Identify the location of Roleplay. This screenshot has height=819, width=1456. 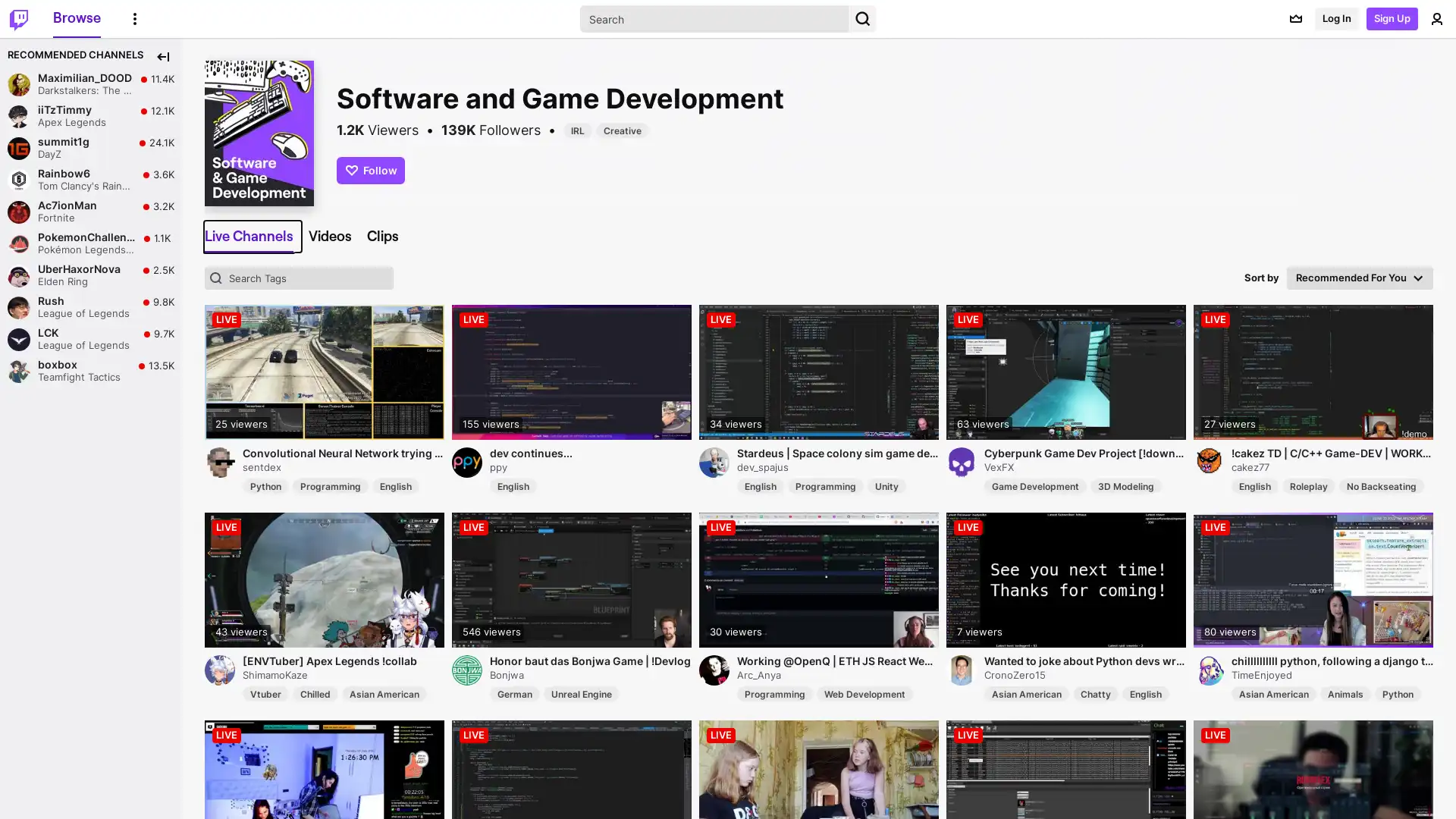
(1308, 485).